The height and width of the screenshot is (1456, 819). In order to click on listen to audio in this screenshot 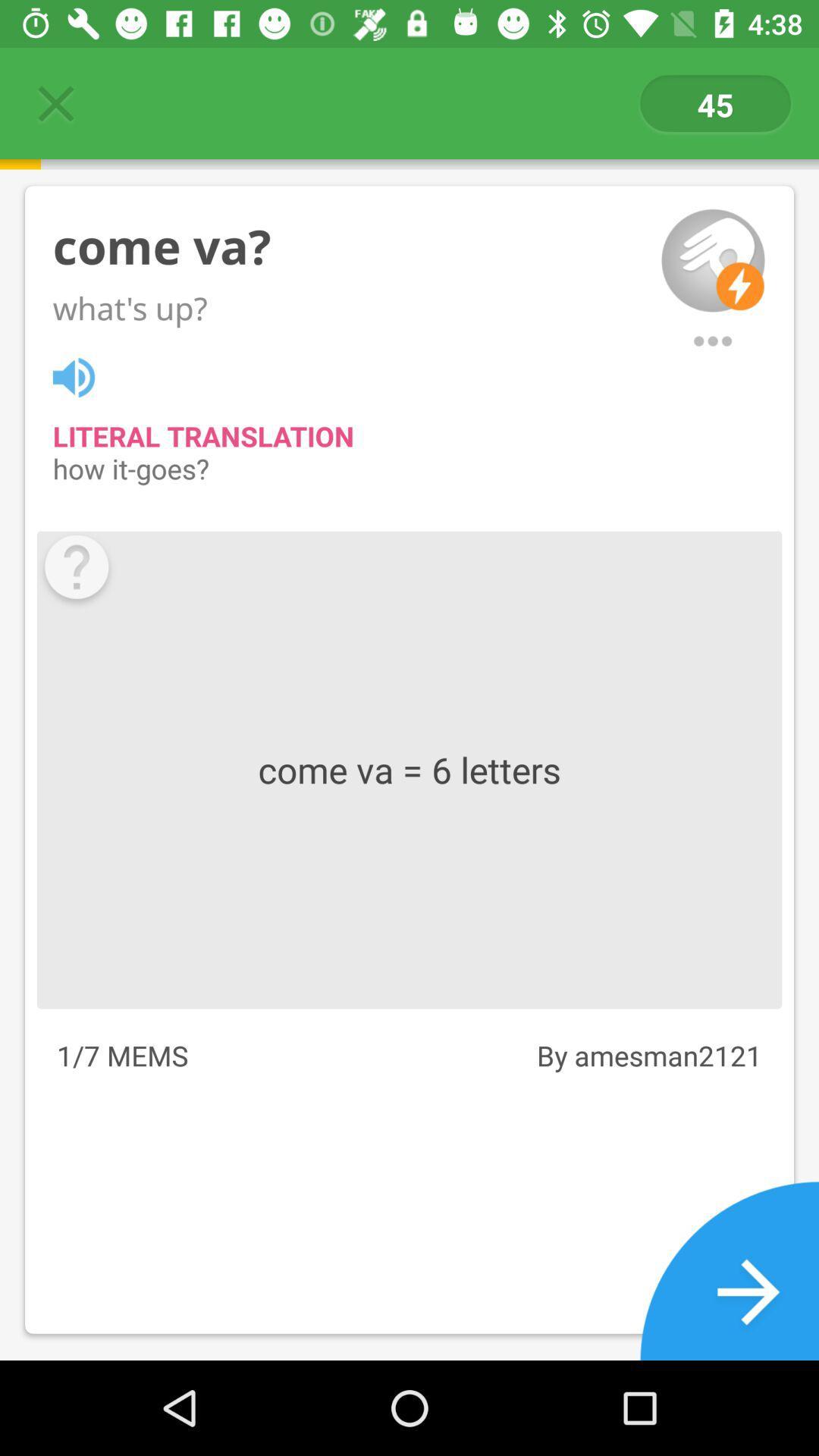, I will do `click(82, 375)`.